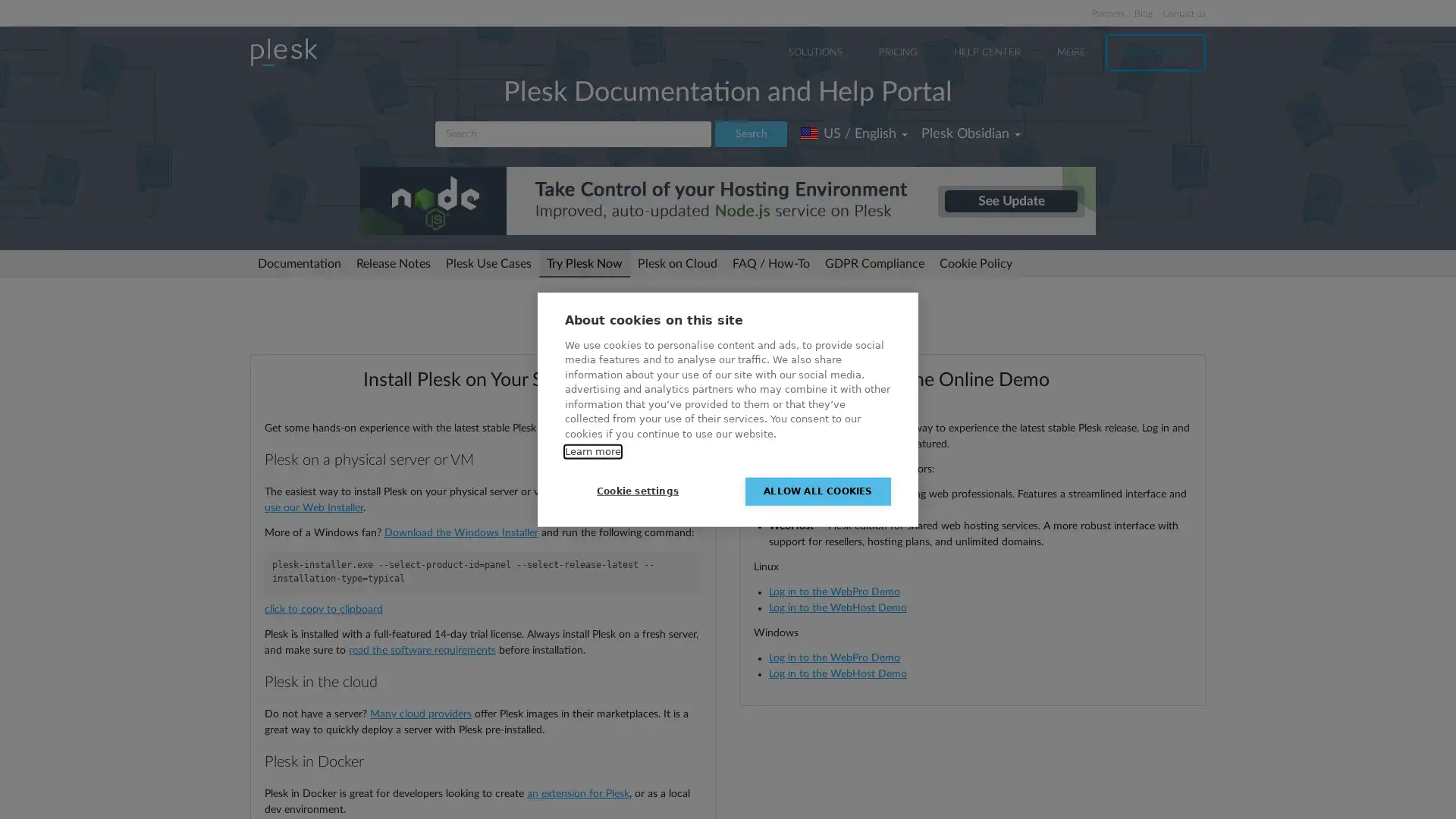 The height and width of the screenshot is (819, 1456). Describe the element at coordinates (817, 491) in the screenshot. I see `ALLOW ALL COOKIES` at that location.